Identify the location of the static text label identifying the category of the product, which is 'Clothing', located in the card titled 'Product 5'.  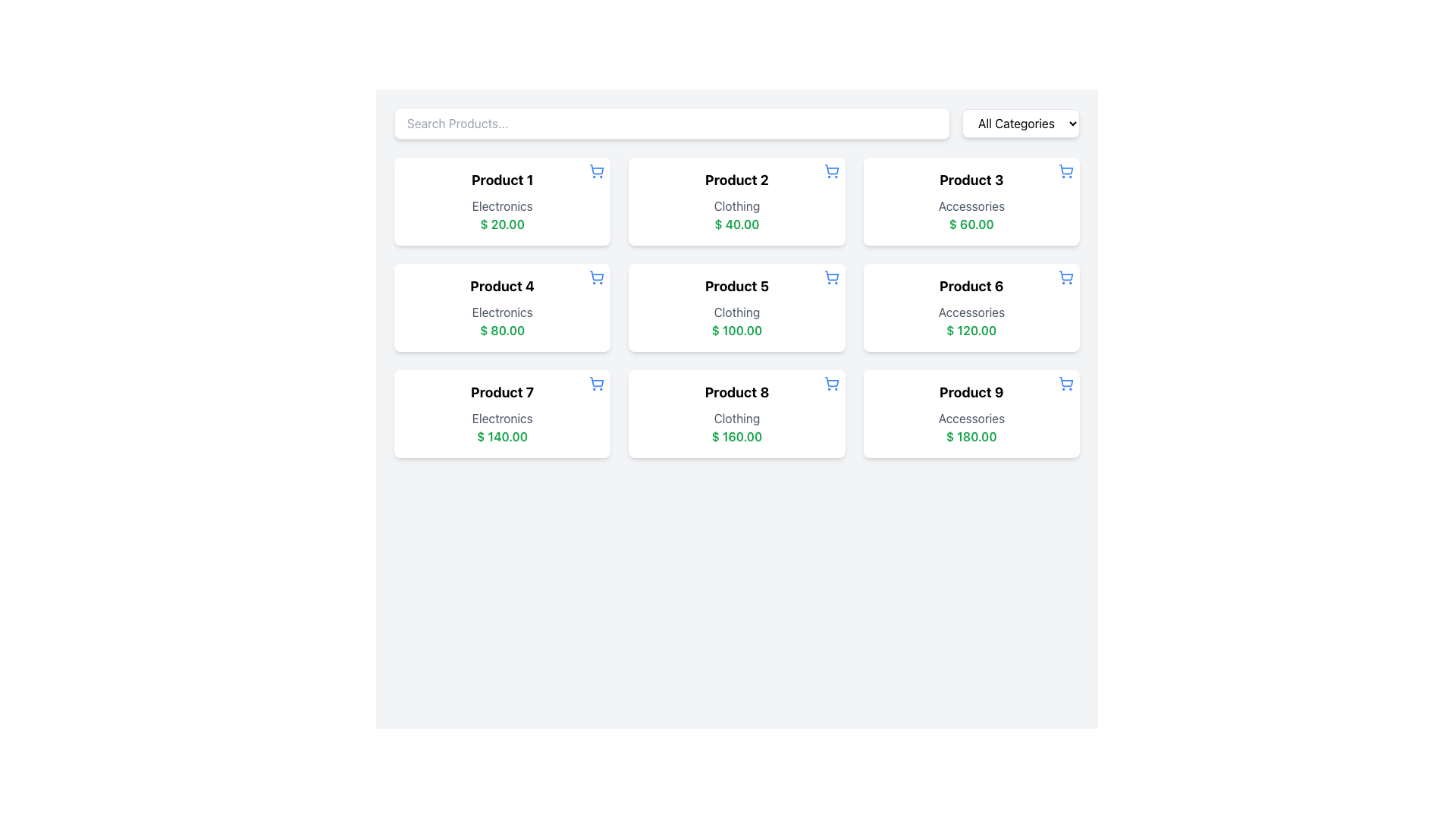
(736, 312).